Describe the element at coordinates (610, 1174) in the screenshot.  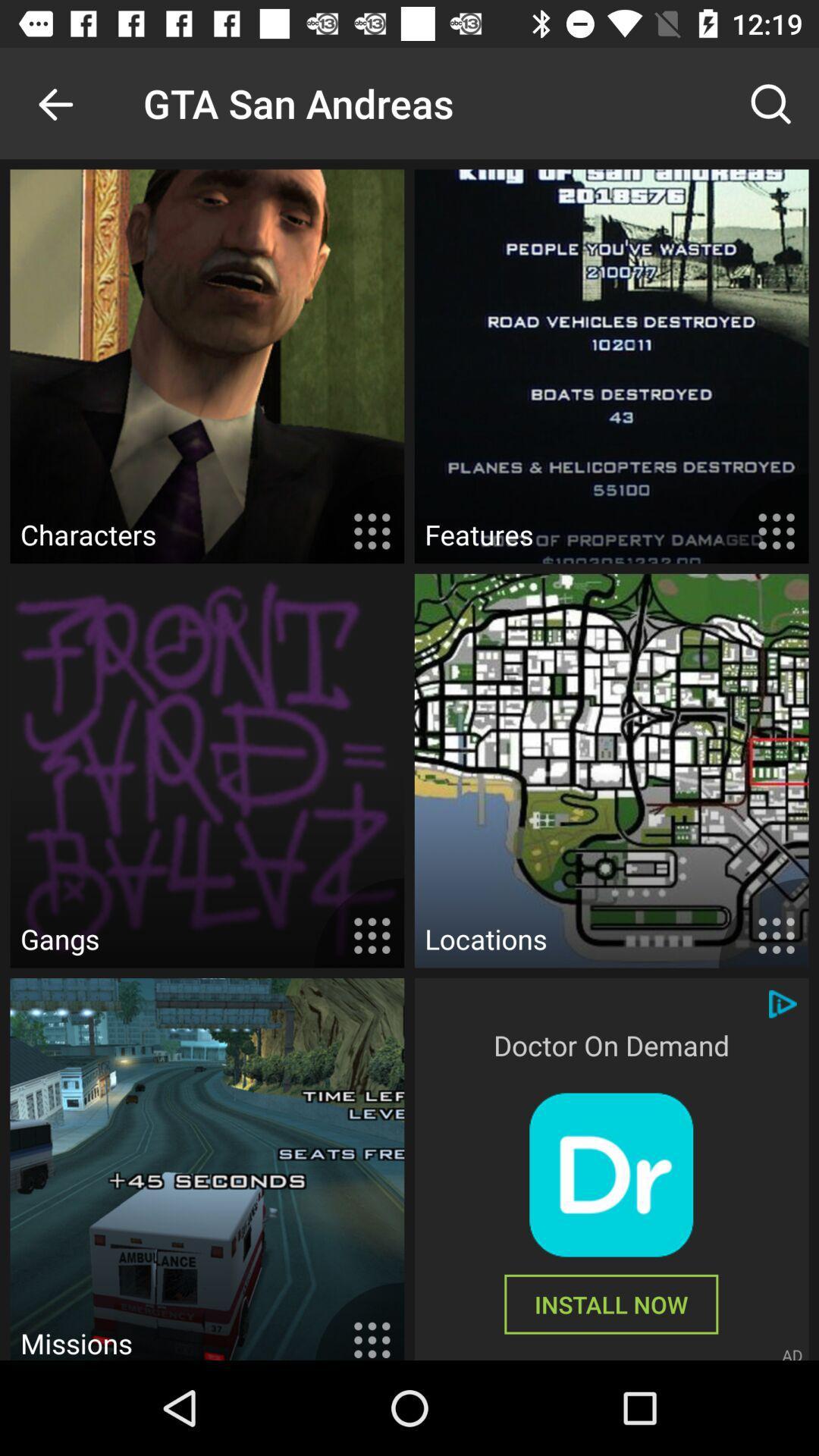
I see `people go back info player go back info gangs go bac maps location go back ambulance` at that location.